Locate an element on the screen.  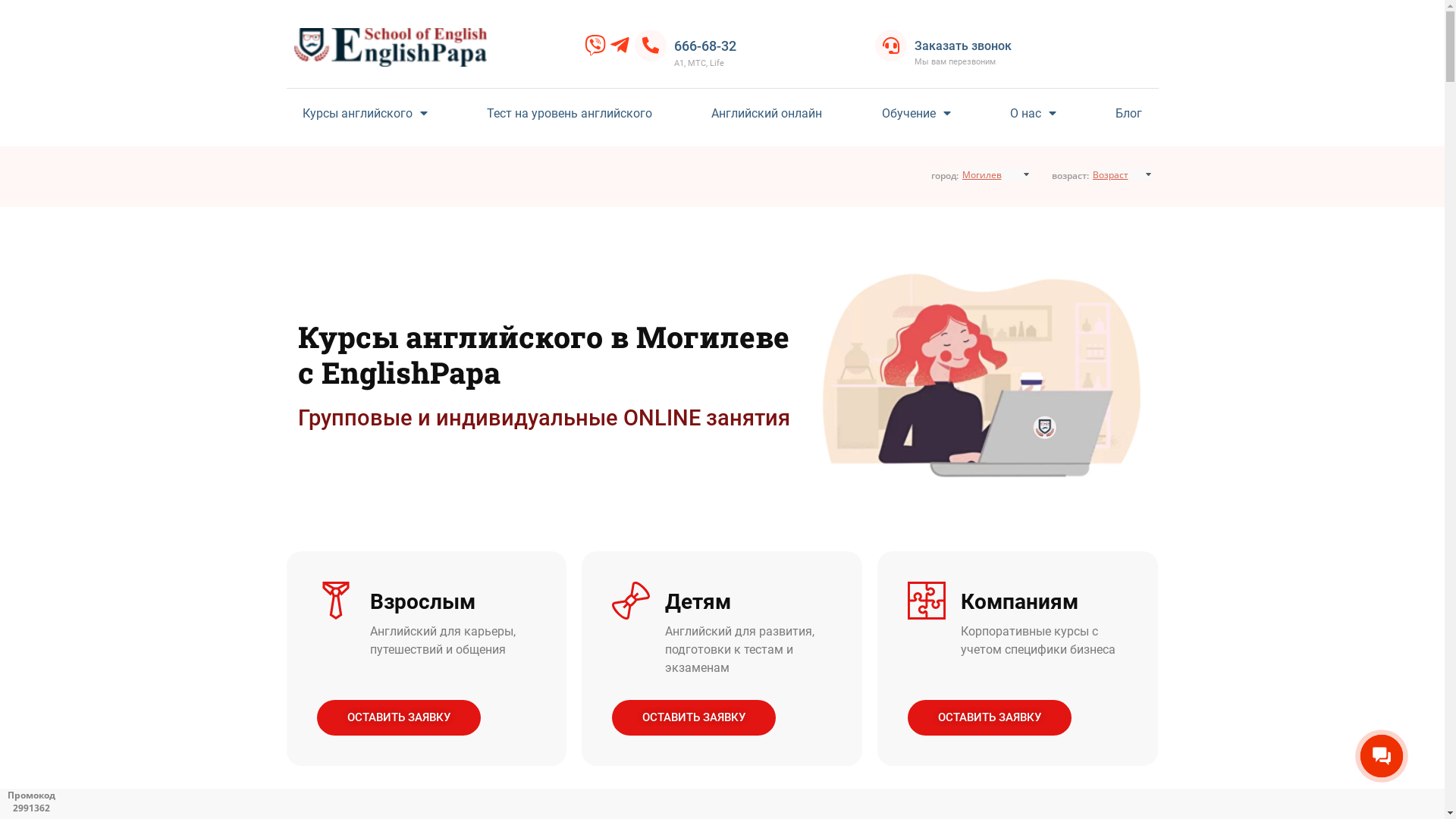
'666-68-32' is located at coordinates (704, 45).